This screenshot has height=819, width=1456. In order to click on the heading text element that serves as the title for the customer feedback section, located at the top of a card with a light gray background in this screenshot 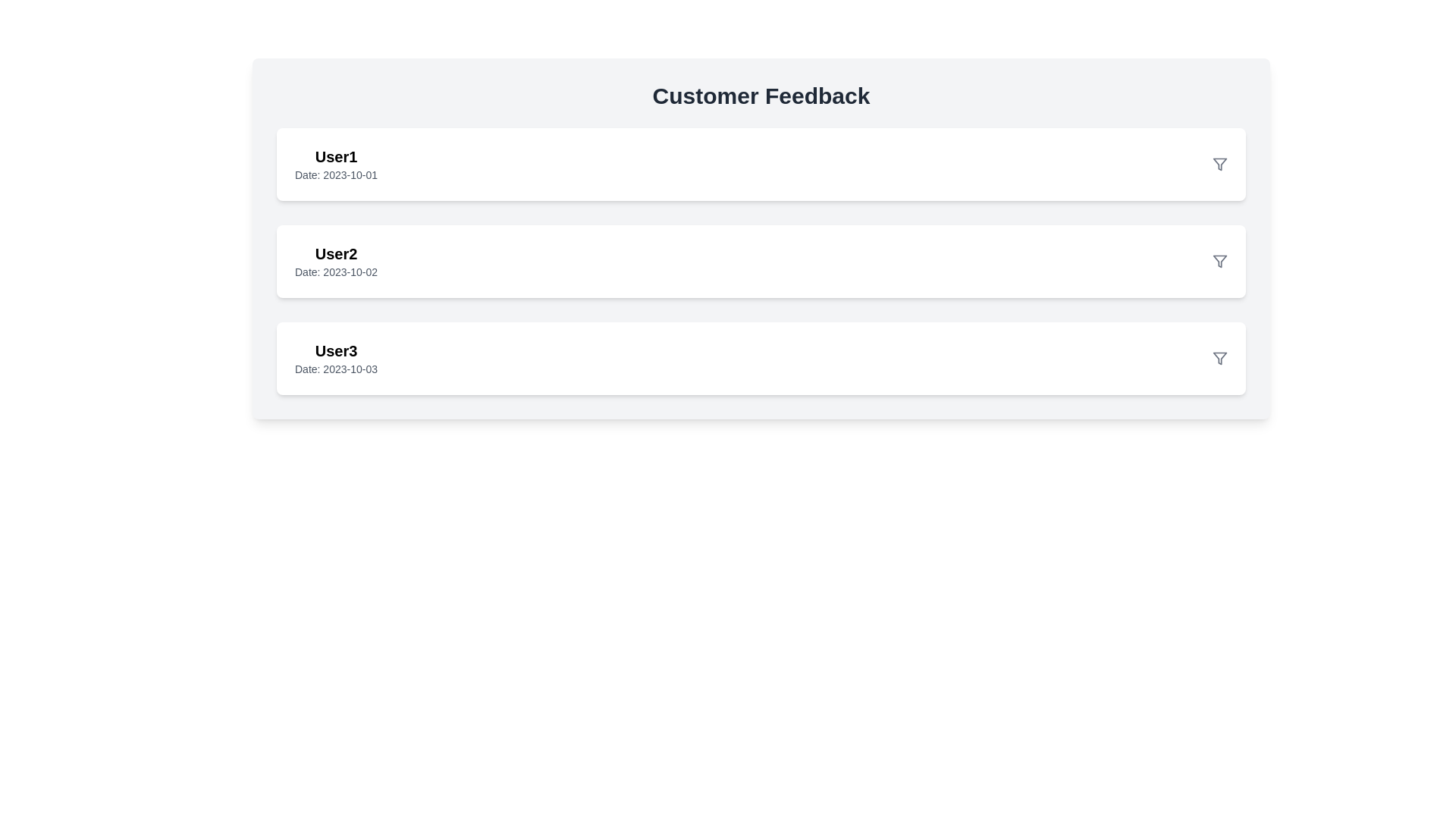, I will do `click(761, 96)`.